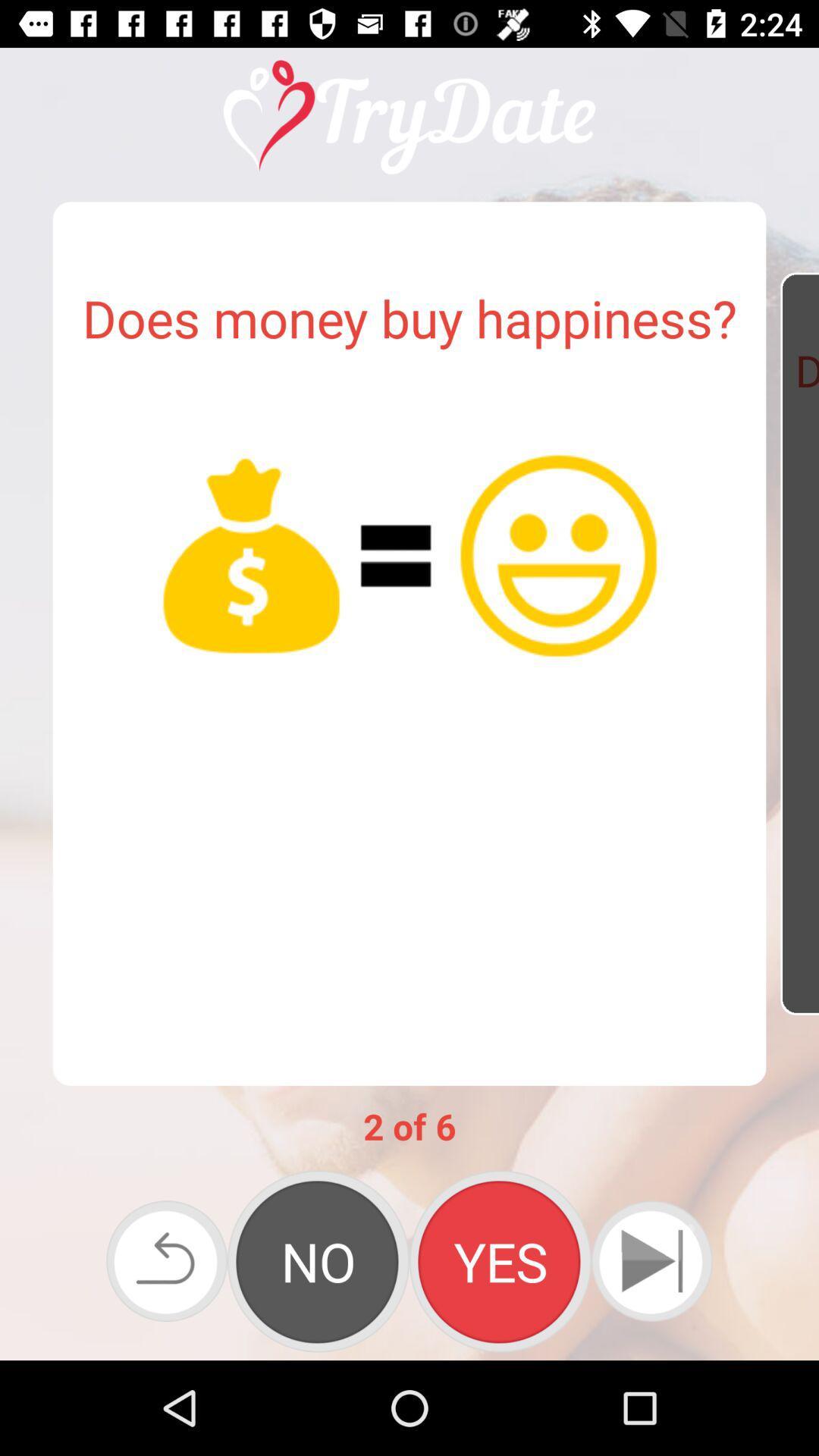 Image resolution: width=819 pixels, height=1456 pixels. Describe the element at coordinates (500, 1261) in the screenshot. I see `poll answer yes` at that location.